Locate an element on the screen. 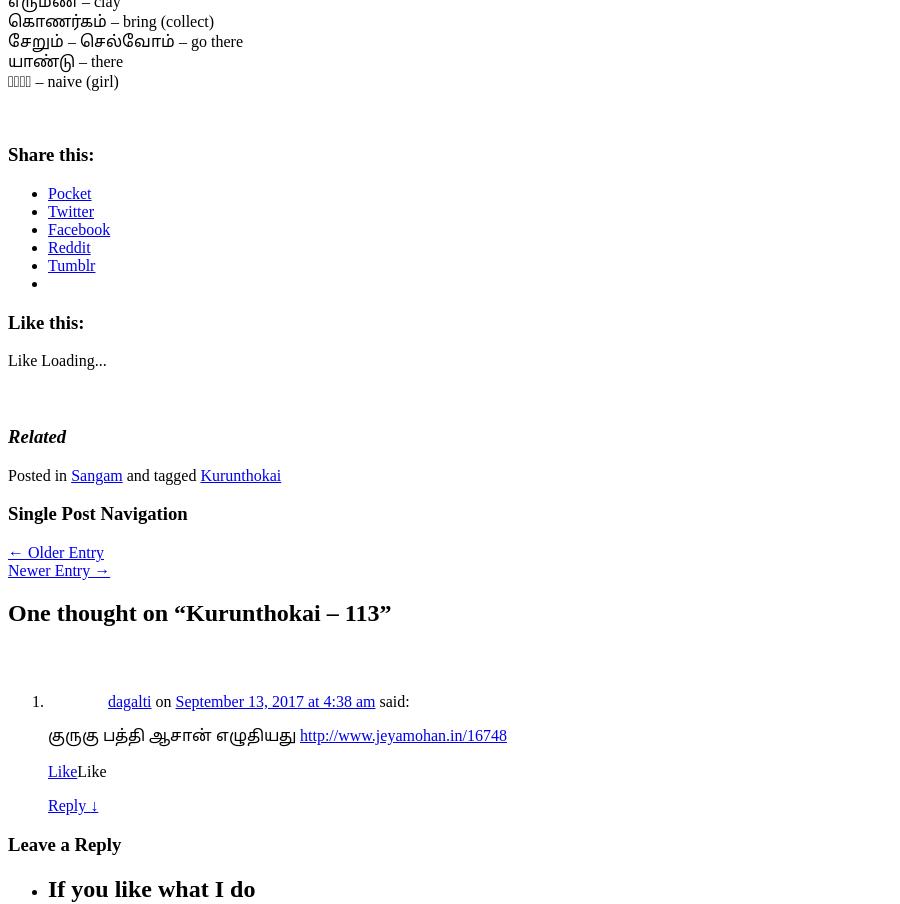 Image resolution: width=900 pixels, height=904 pixels. 'Kurunthokai – 113' is located at coordinates (186, 612).